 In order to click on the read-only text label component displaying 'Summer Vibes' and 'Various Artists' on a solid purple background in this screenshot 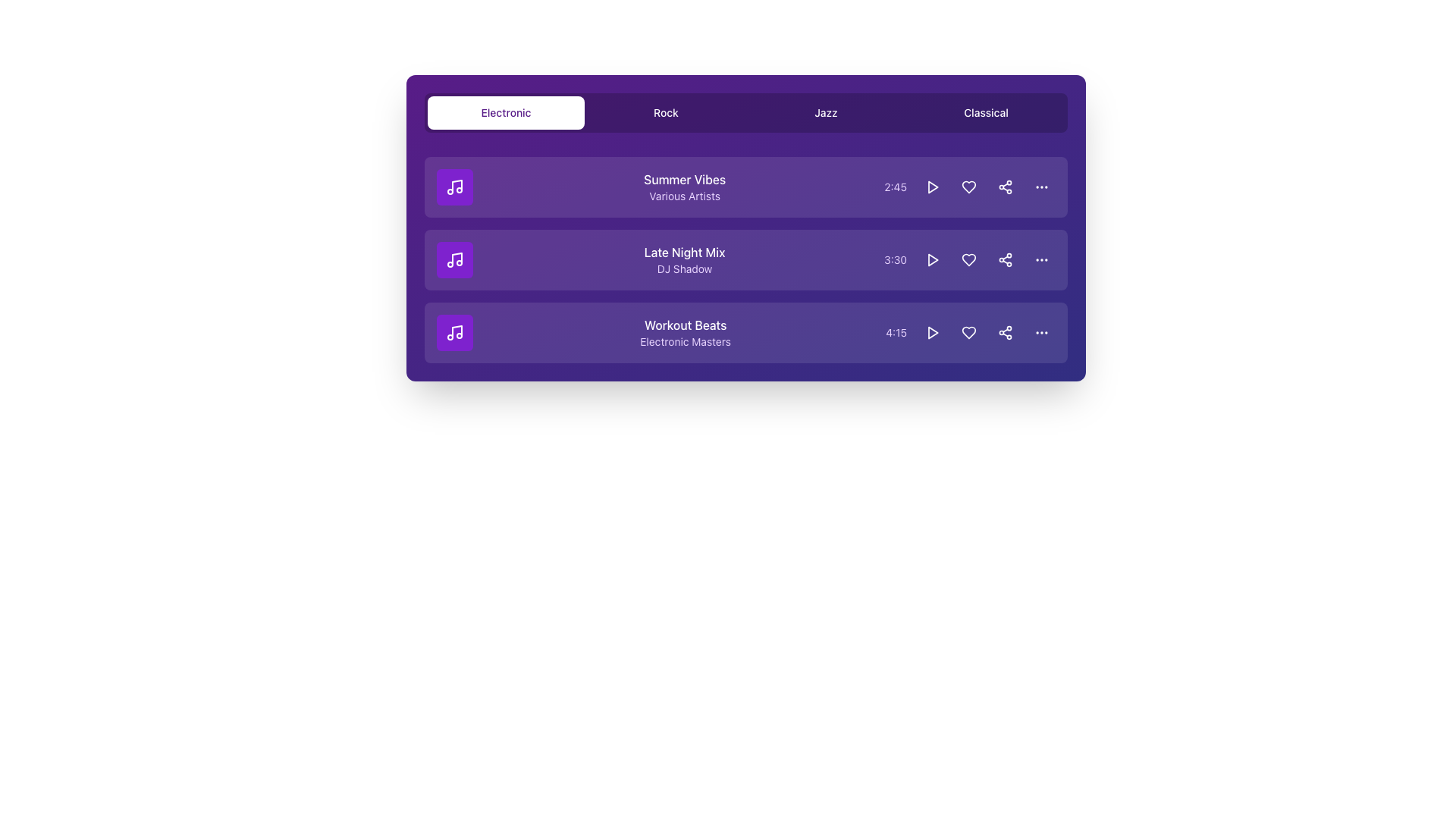, I will do `click(684, 186)`.